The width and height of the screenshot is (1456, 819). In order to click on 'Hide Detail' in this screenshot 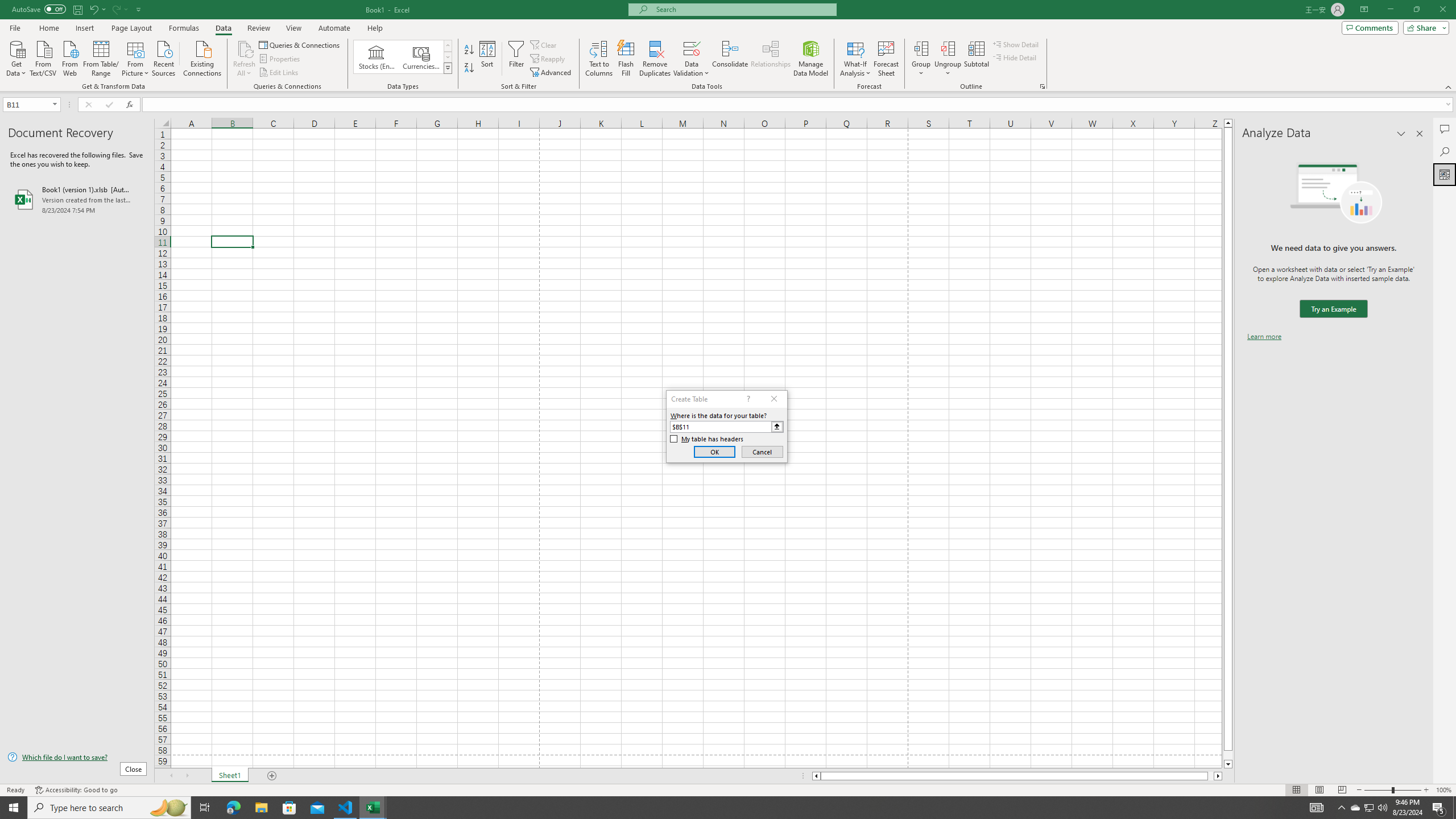, I will do `click(1015, 56)`.